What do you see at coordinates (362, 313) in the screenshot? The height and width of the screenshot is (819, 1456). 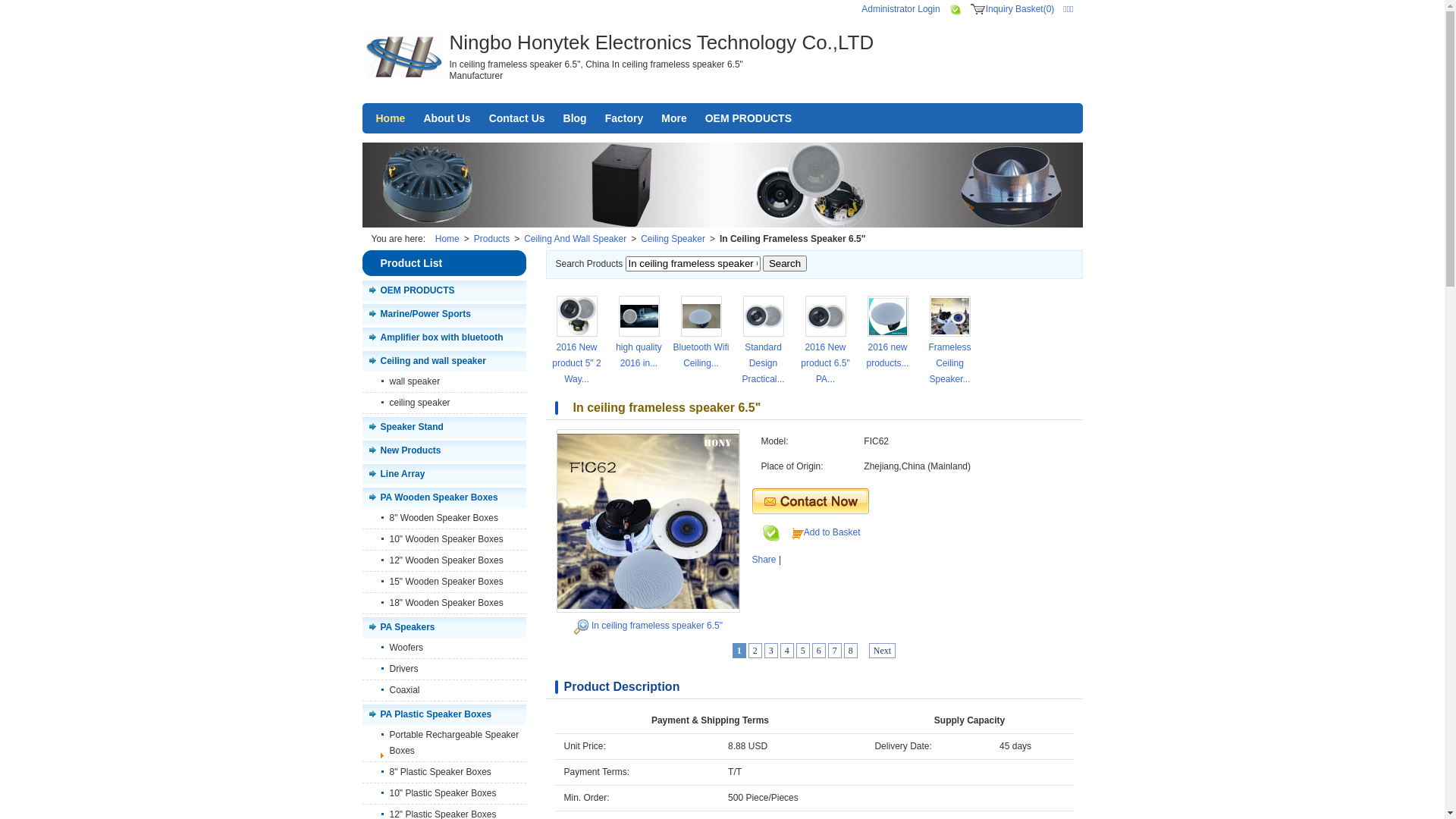 I see `'Marine/Power Sports'` at bounding box center [362, 313].